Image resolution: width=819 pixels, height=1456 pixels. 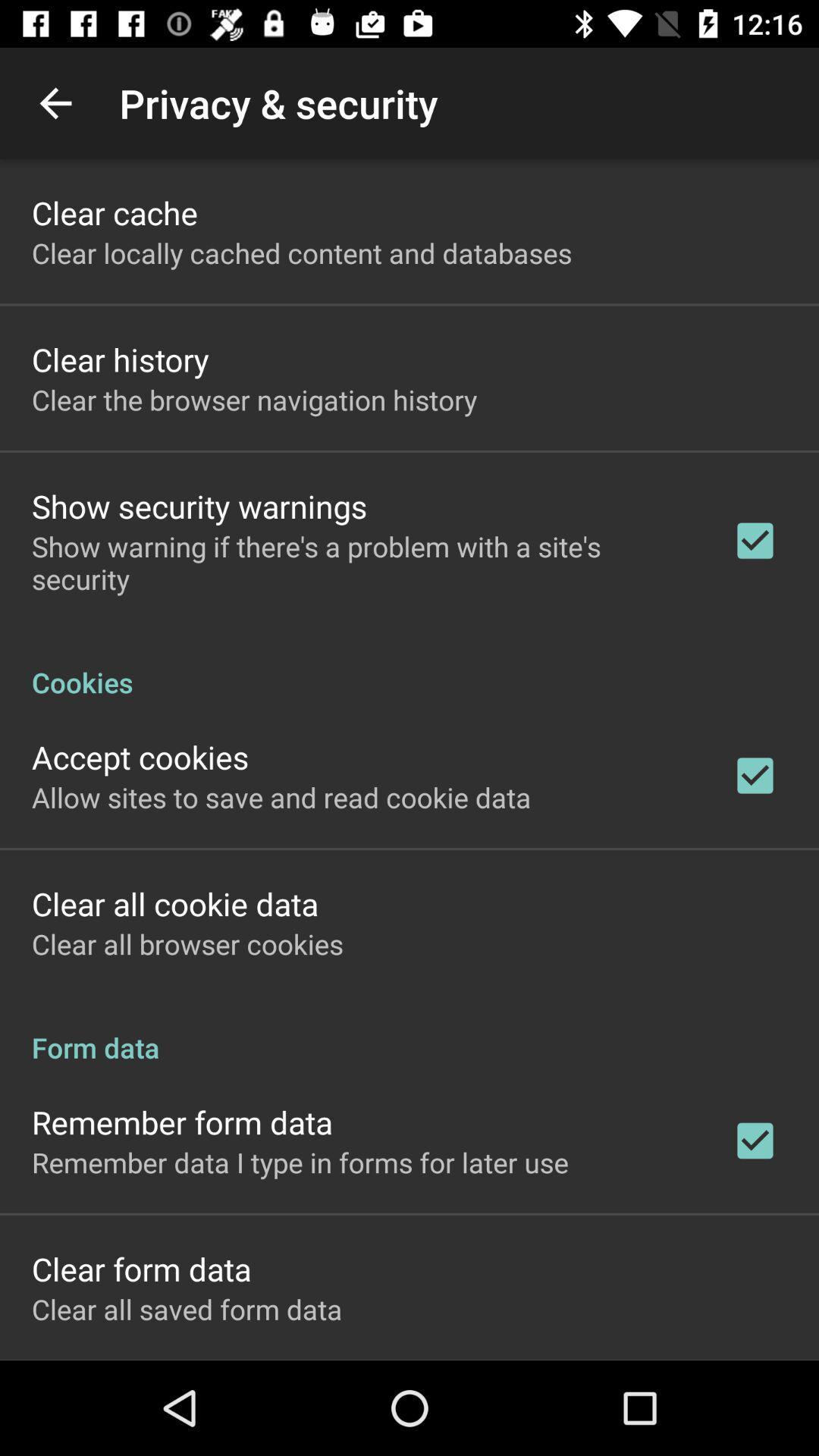 I want to click on show warning if item, so click(x=362, y=562).